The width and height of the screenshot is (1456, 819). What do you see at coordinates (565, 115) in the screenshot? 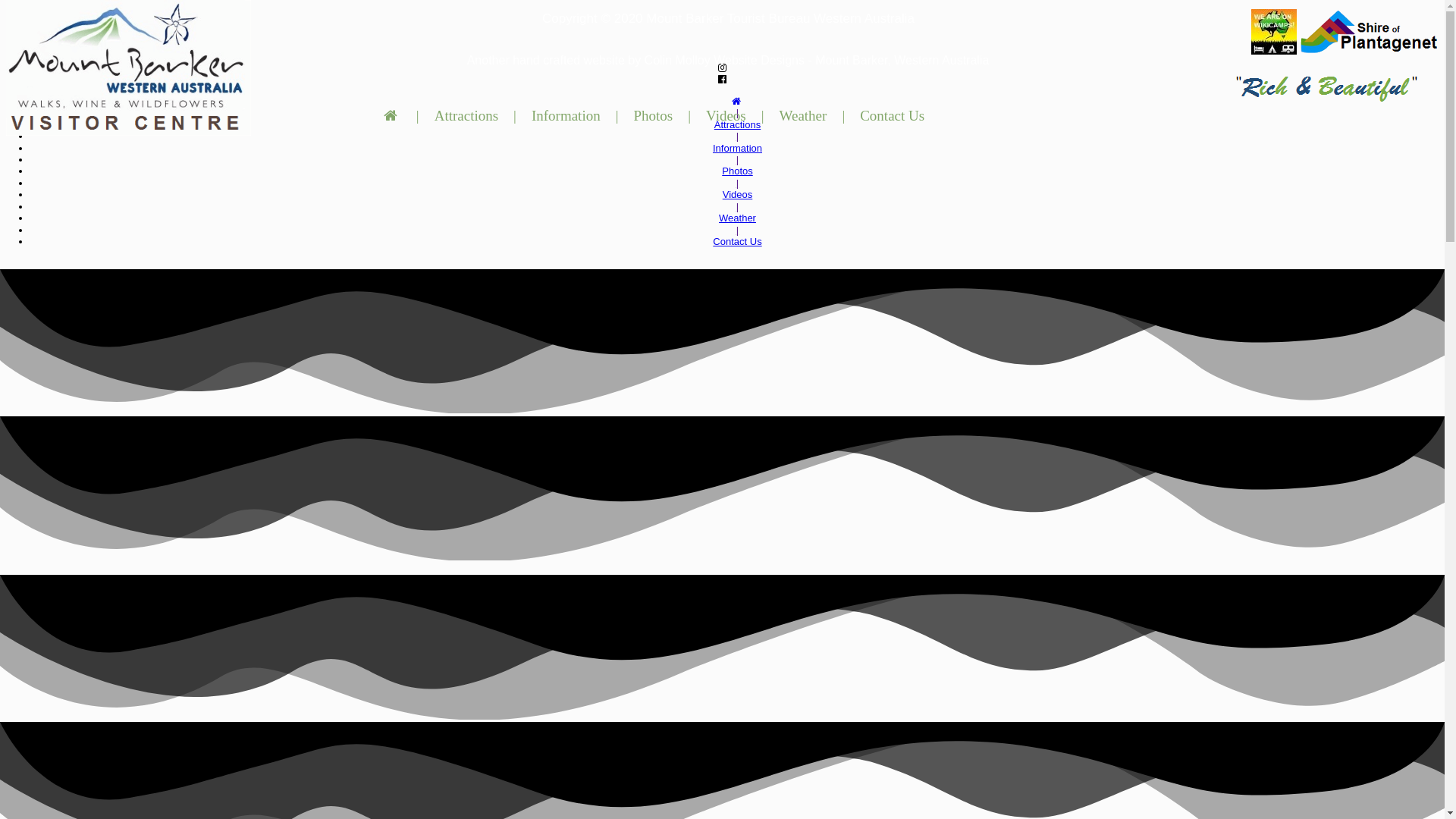
I see `'Information'` at bounding box center [565, 115].